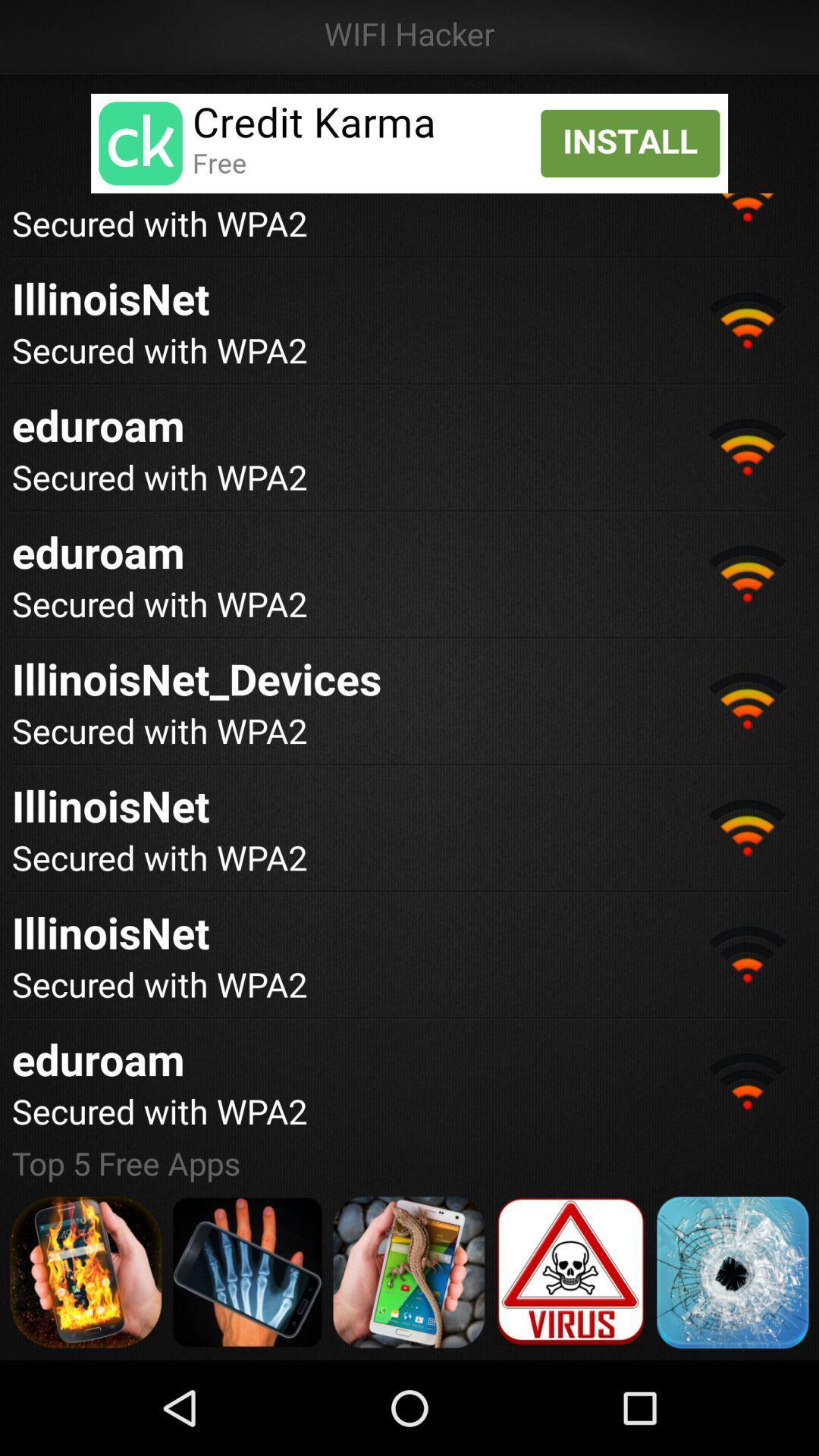 This screenshot has height=1456, width=819. What do you see at coordinates (246, 1272) in the screenshot?
I see `app` at bounding box center [246, 1272].